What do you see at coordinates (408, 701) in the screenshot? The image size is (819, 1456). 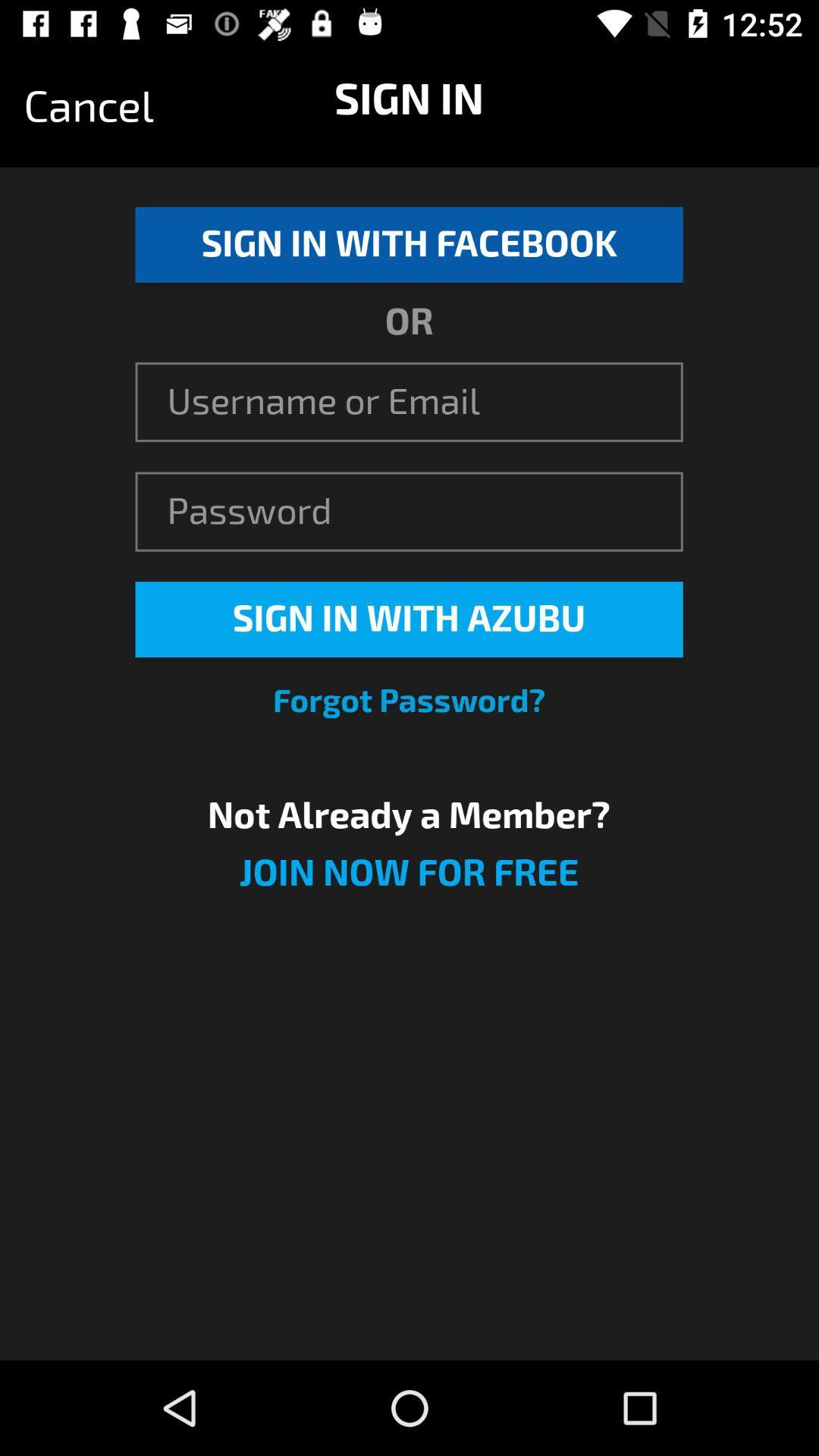 I see `the forgot password?` at bounding box center [408, 701].